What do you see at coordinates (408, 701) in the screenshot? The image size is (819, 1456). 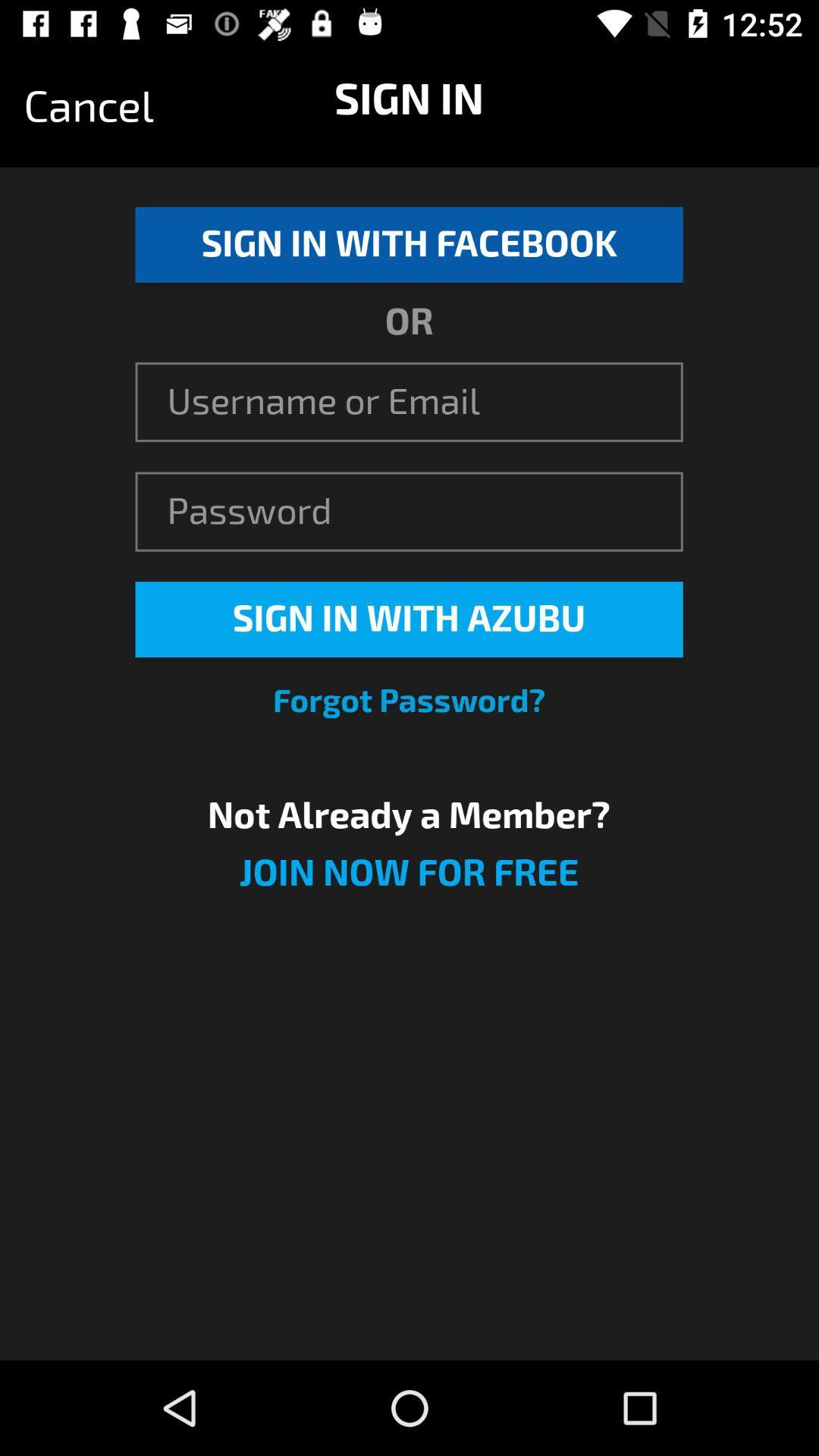 I see `the forgot password?` at bounding box center [408, 701].